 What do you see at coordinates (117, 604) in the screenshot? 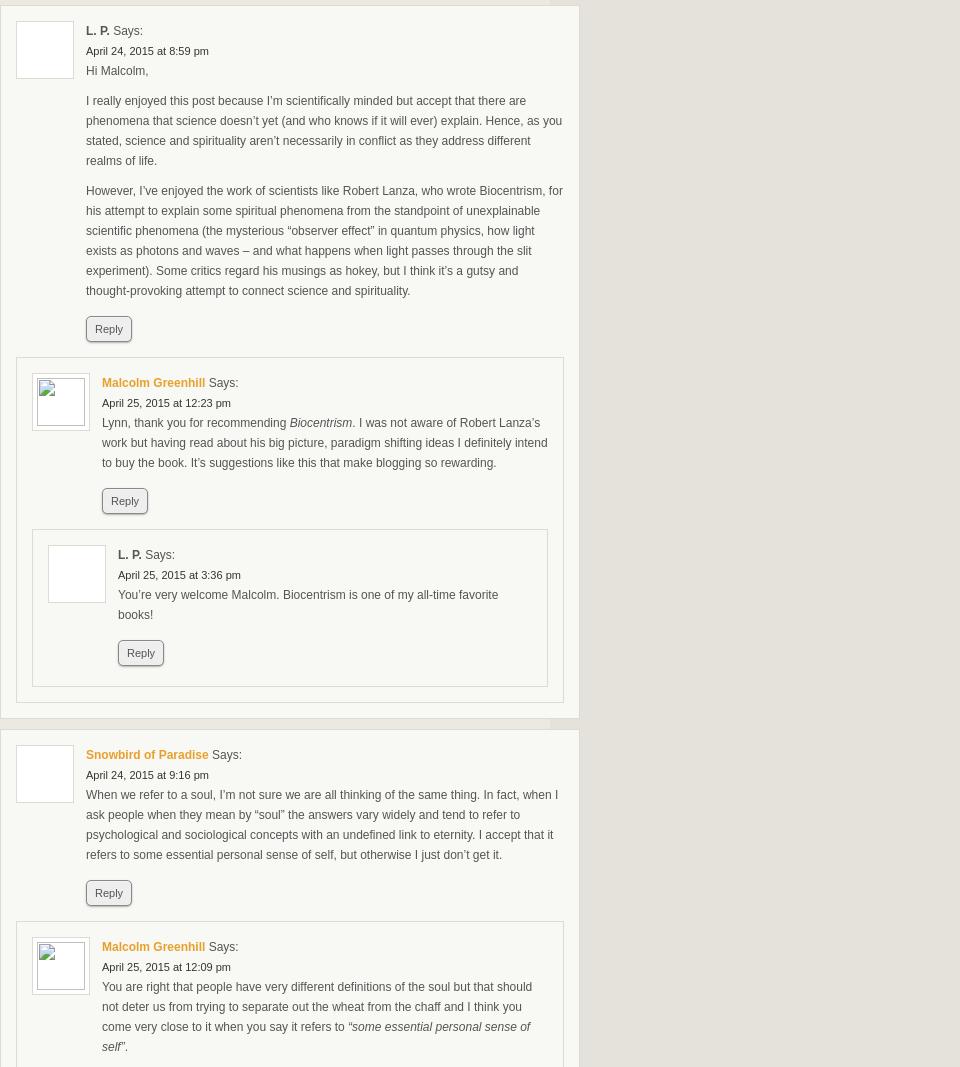
I see `'You’re very welcome Malcolm. Biocentrism is one of my all-time favorite books!'` at bounding box center [117, 604].